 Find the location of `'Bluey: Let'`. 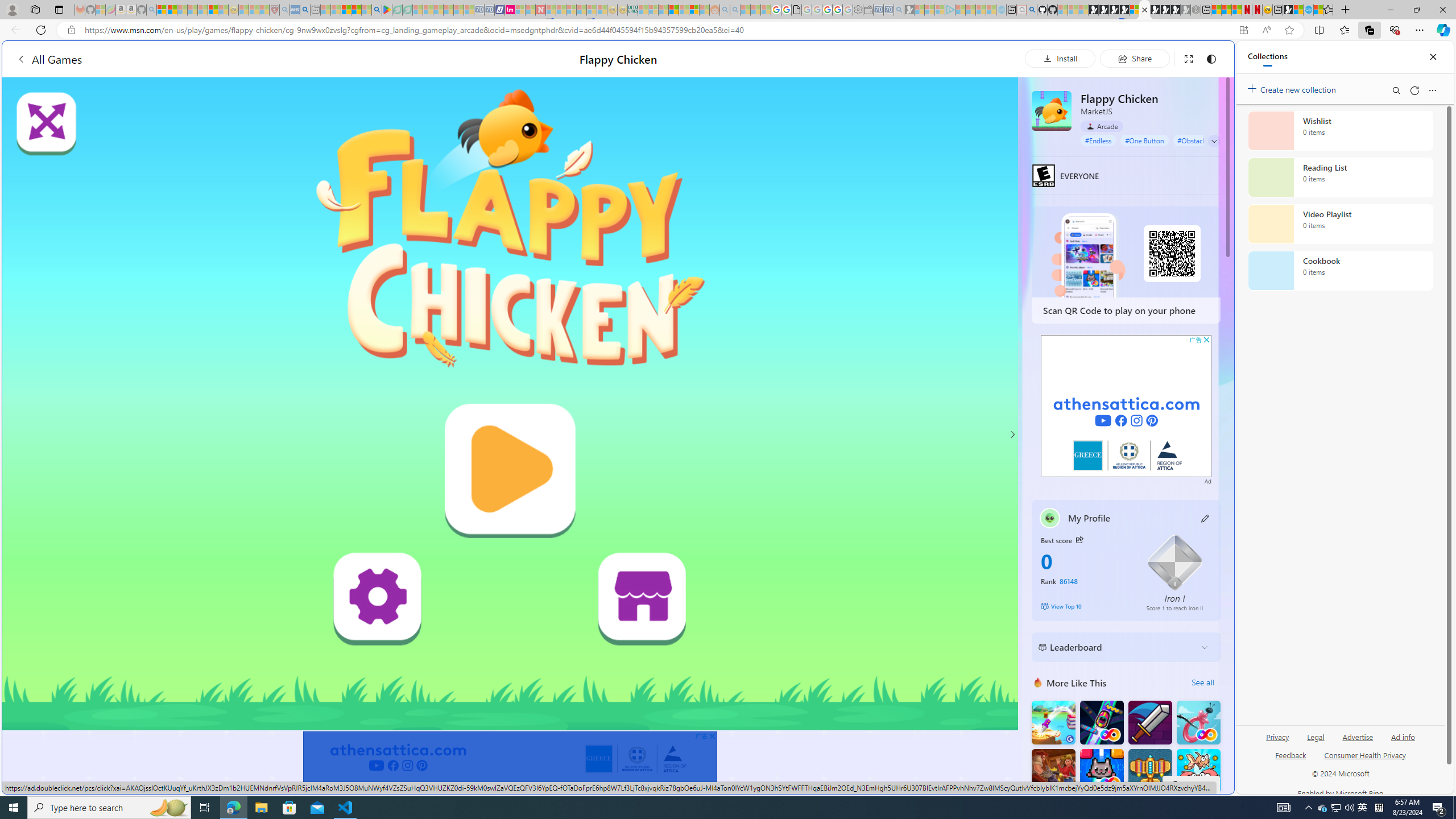

'Bluey: Let' is located at coordinates (387, 9).